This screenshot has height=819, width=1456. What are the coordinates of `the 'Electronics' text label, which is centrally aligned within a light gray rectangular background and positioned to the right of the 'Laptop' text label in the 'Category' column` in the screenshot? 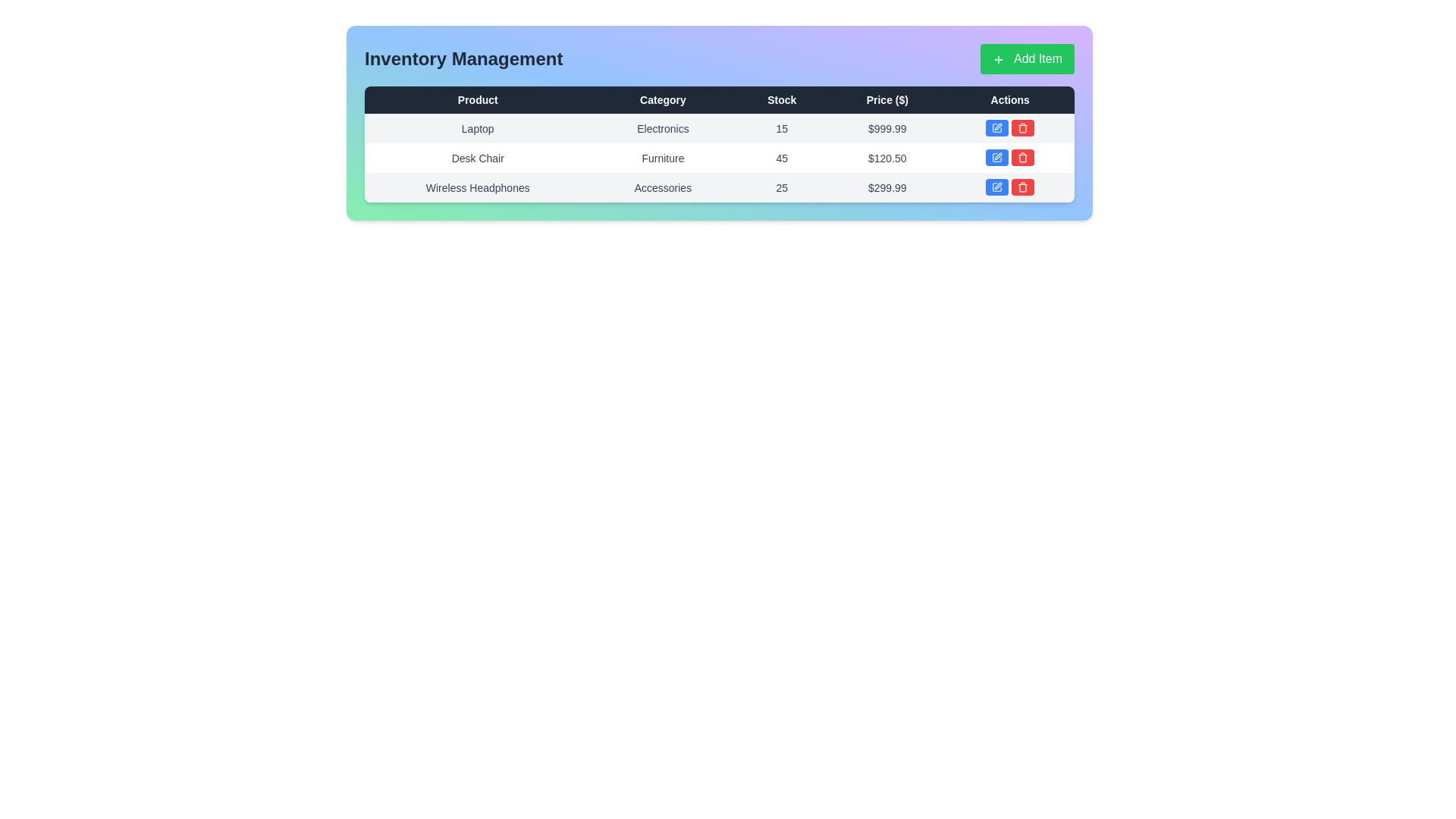 It's located at (663, 127).